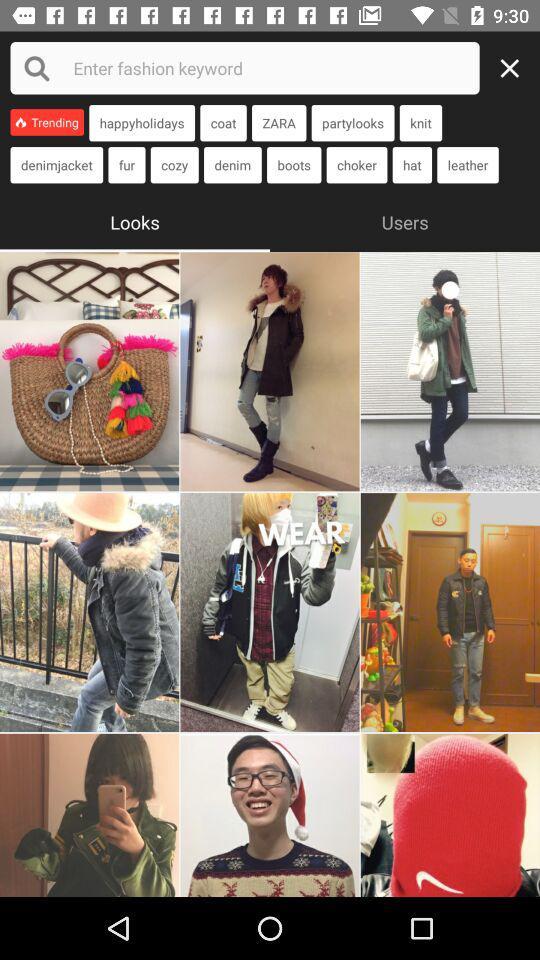 Image resolution: width=540 pixels, height=960 pixels. I want to click on enlarge this photo, so click(270, 611).